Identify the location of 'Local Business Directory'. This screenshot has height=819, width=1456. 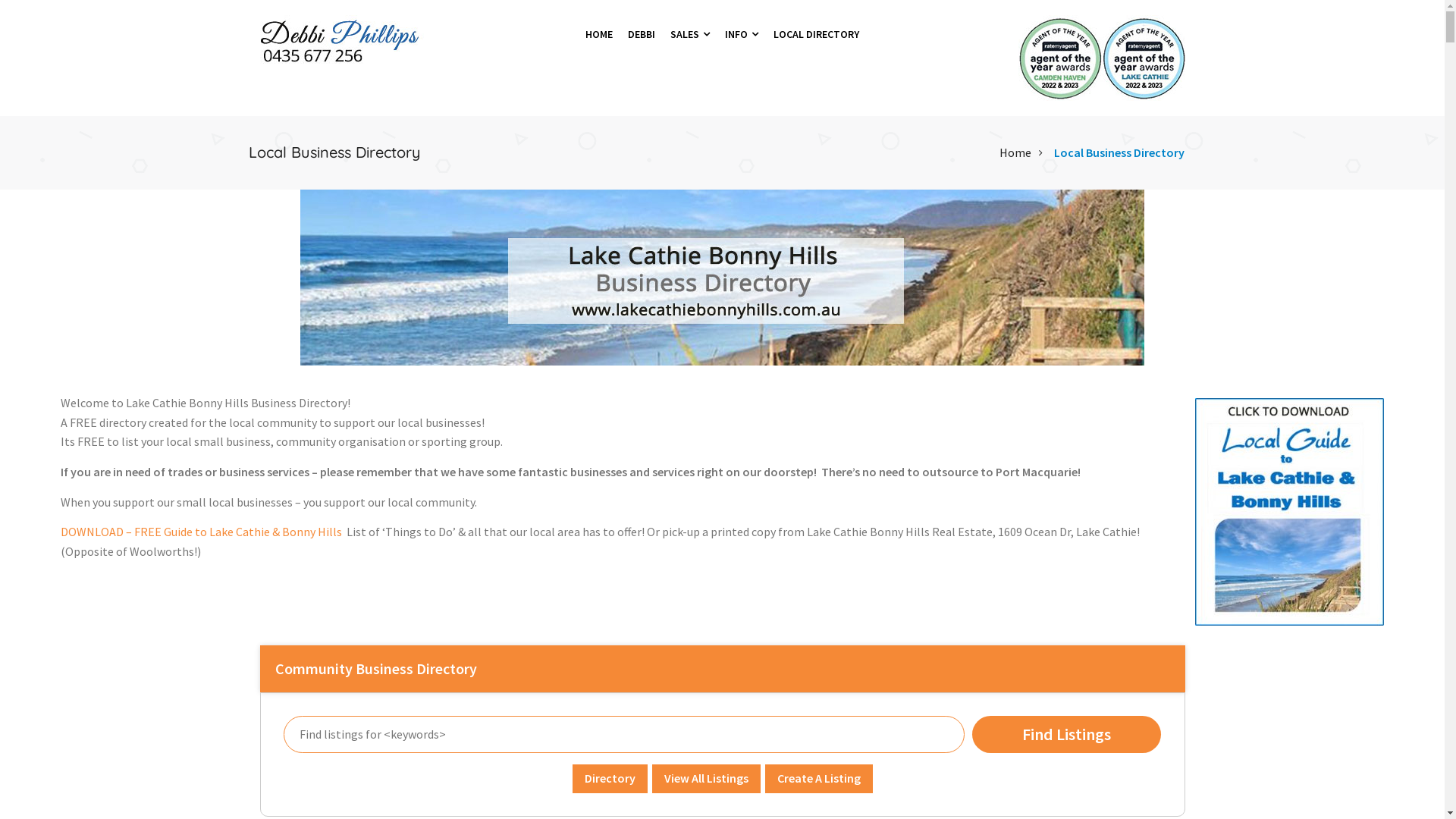
(1119, 152).